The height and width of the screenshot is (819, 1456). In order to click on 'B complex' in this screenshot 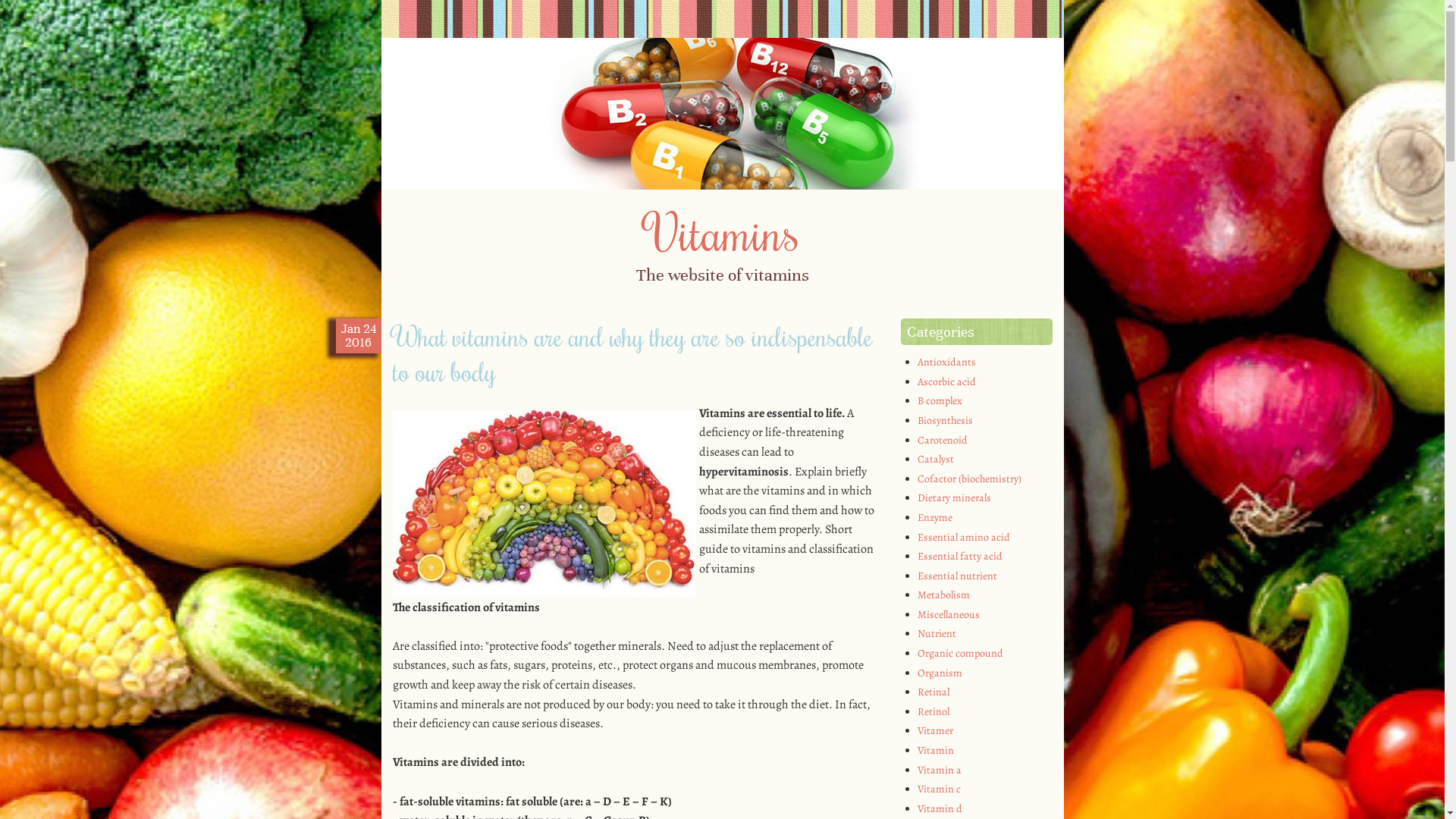, I will do `click(939, 400)`.